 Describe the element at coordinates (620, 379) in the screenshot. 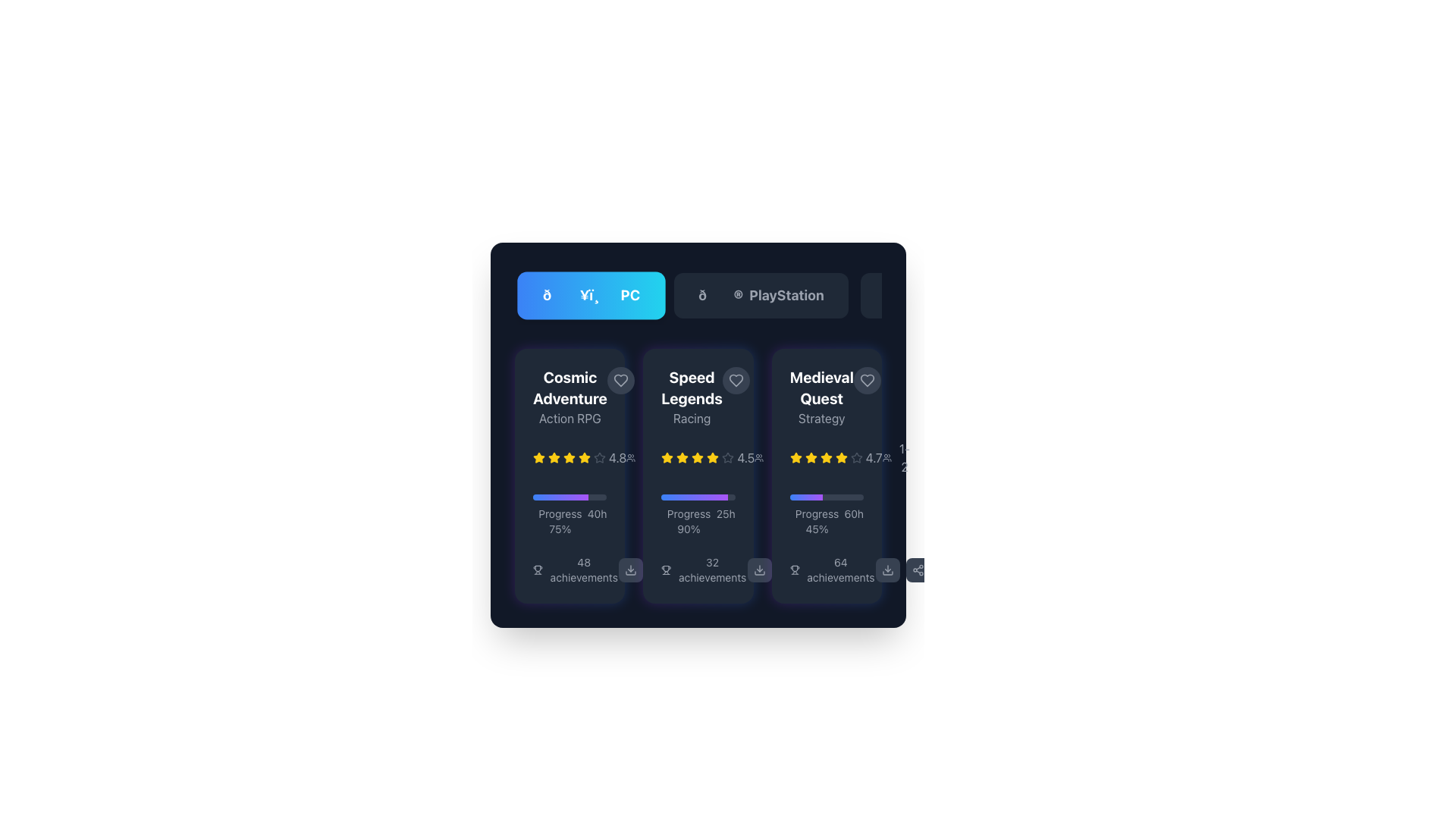

I see `the small circular button with a dark gray background and a white heart icon to favorite the game` at that location.